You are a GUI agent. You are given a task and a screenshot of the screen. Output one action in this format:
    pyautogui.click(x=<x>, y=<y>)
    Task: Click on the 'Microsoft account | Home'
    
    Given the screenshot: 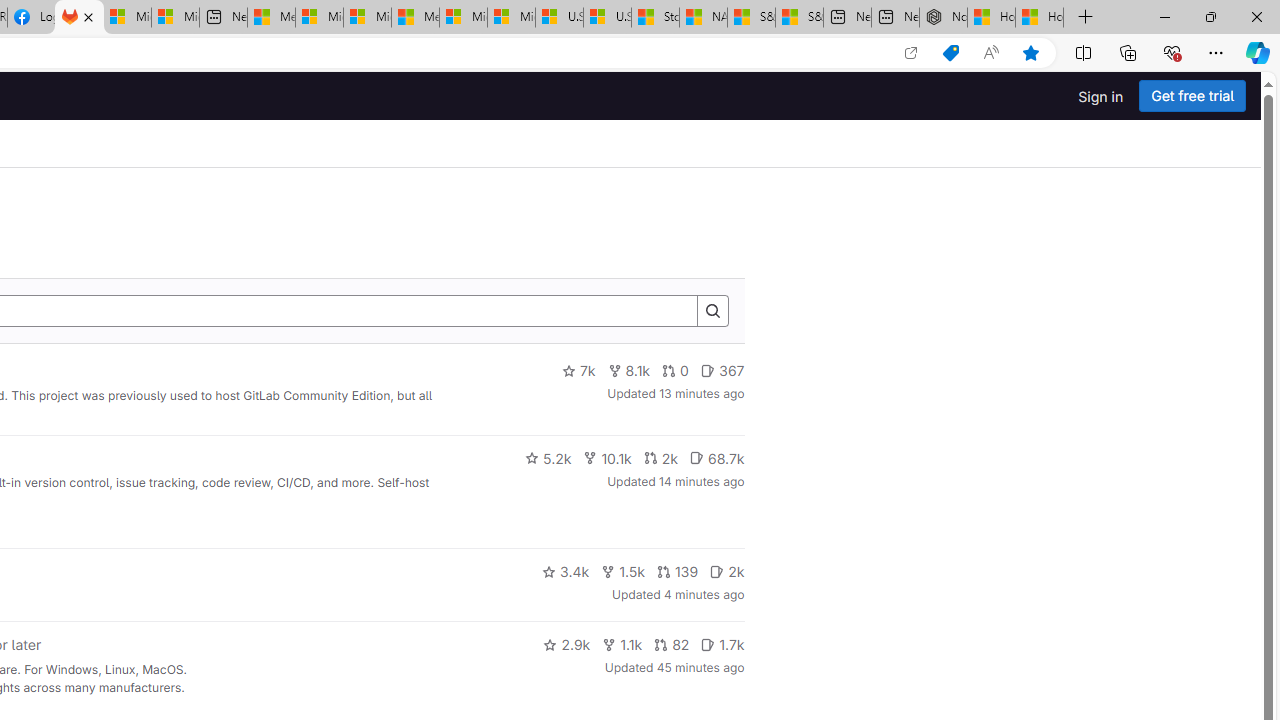 What is the action you would take?
    pyautogui.click(x=367, y=17)
    